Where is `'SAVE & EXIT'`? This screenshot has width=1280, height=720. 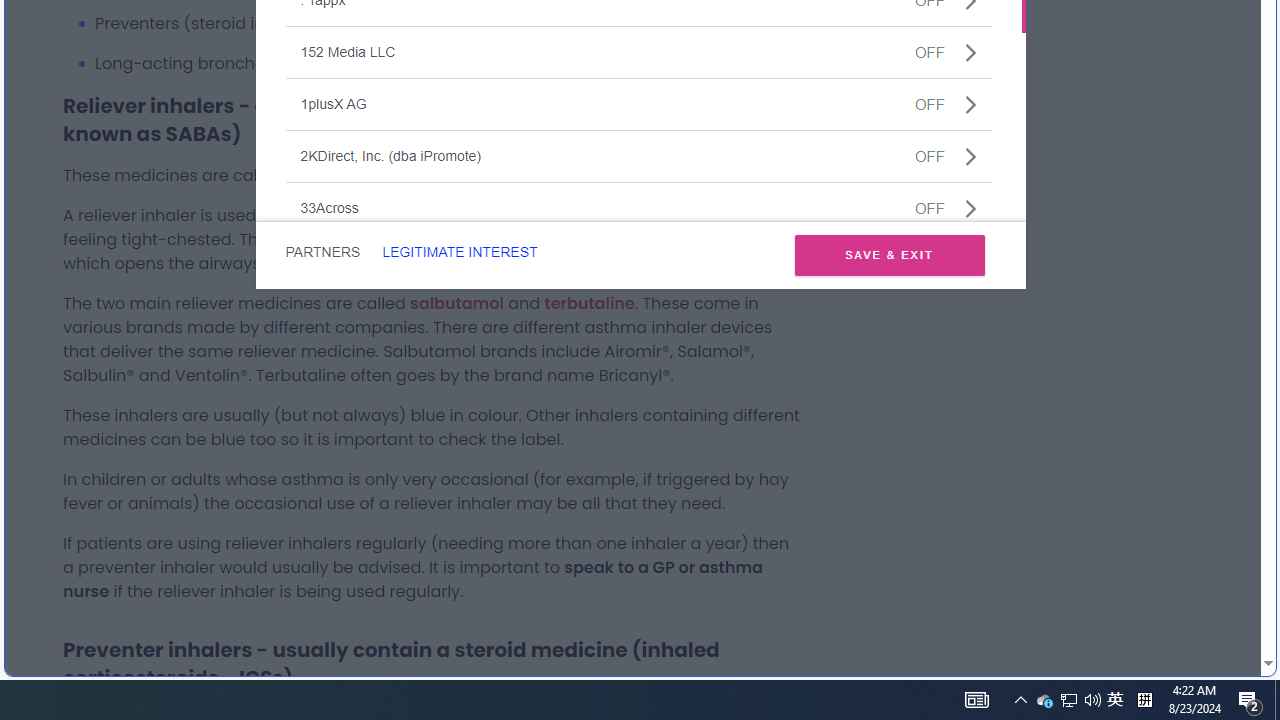
'SAVE & EXIT' is located at coordinates (888, 254).